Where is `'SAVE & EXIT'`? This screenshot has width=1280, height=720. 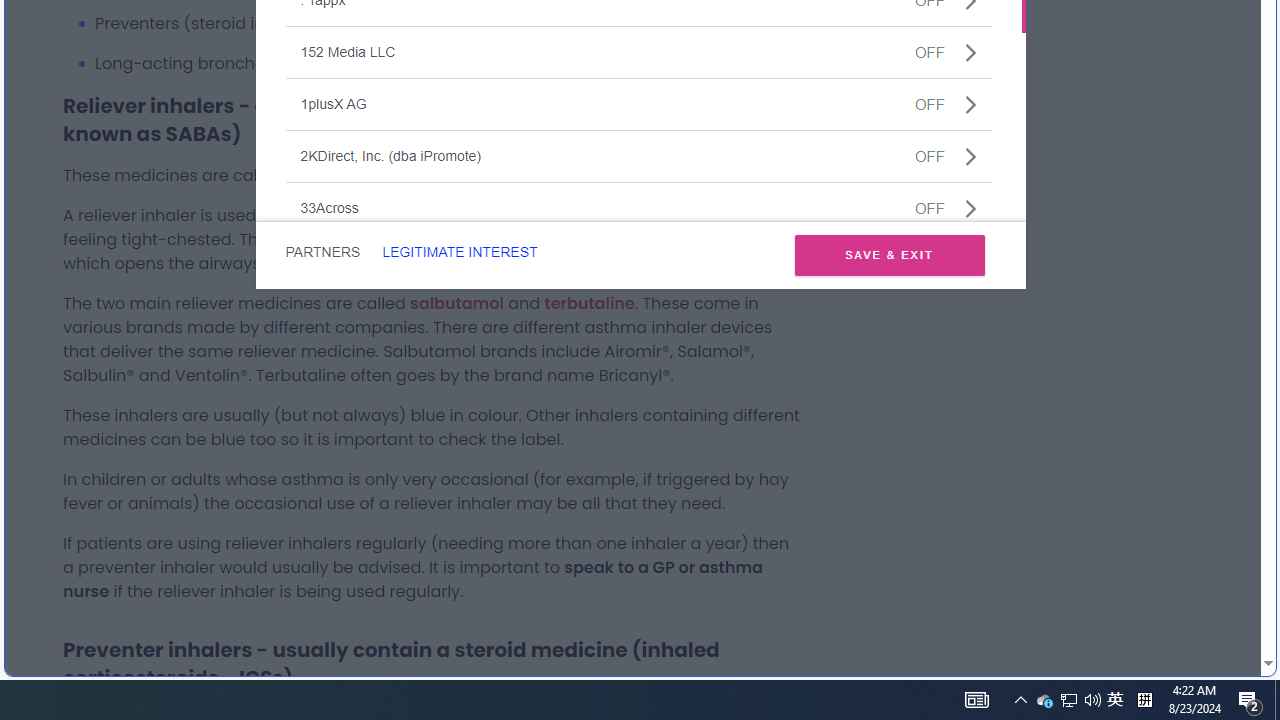
'SAVE & EXIT' is located at coordinates (888, 254).